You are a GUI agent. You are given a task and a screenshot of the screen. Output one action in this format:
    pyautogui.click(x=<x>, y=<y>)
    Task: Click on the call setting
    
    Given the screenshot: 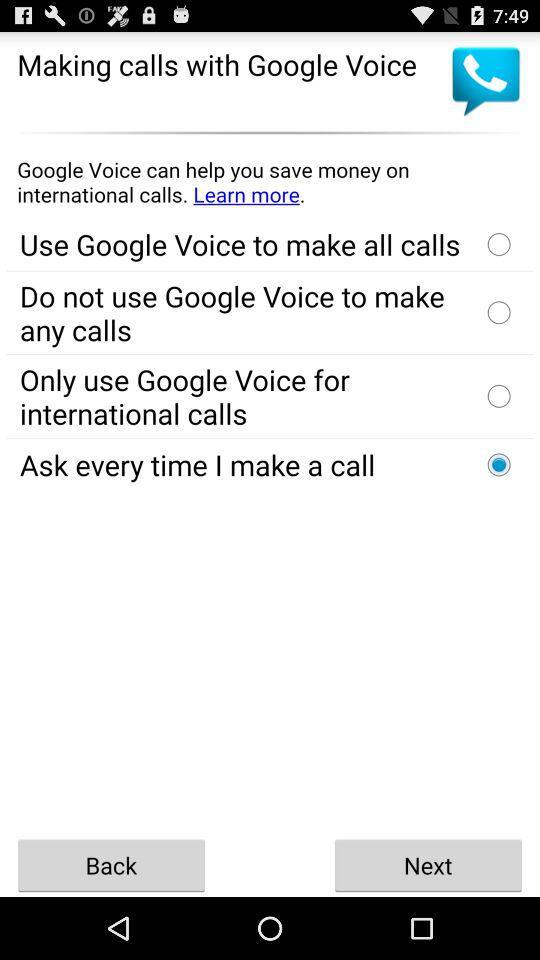 What is the action you would take?
    pyautogui.click(x=498, y=464)
    